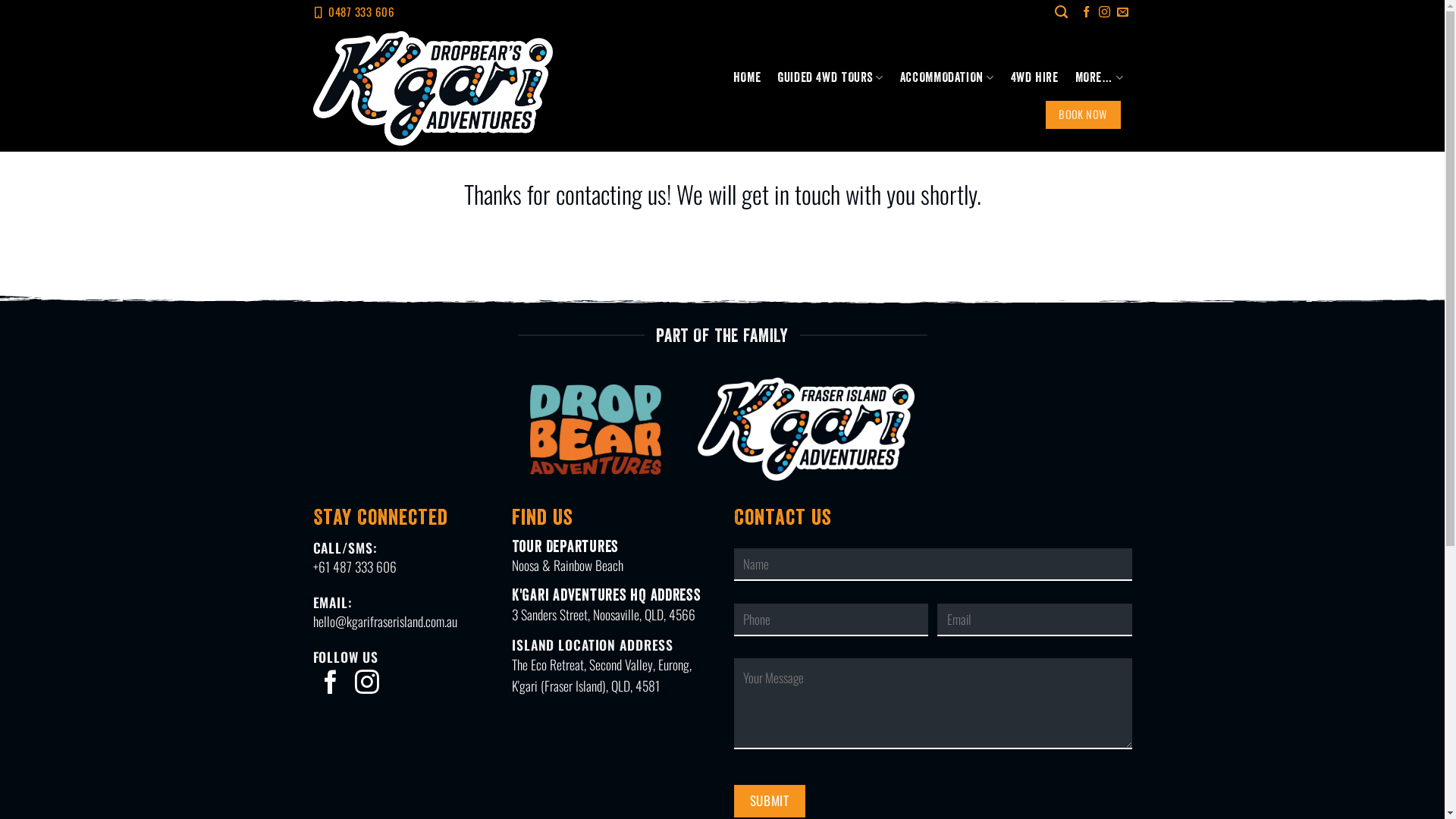 This screenshot has width=1456, height=819. Describe the element at coordinates (1085, 12) in the screenshot. I see `'Follow on Facebook'` at that location.